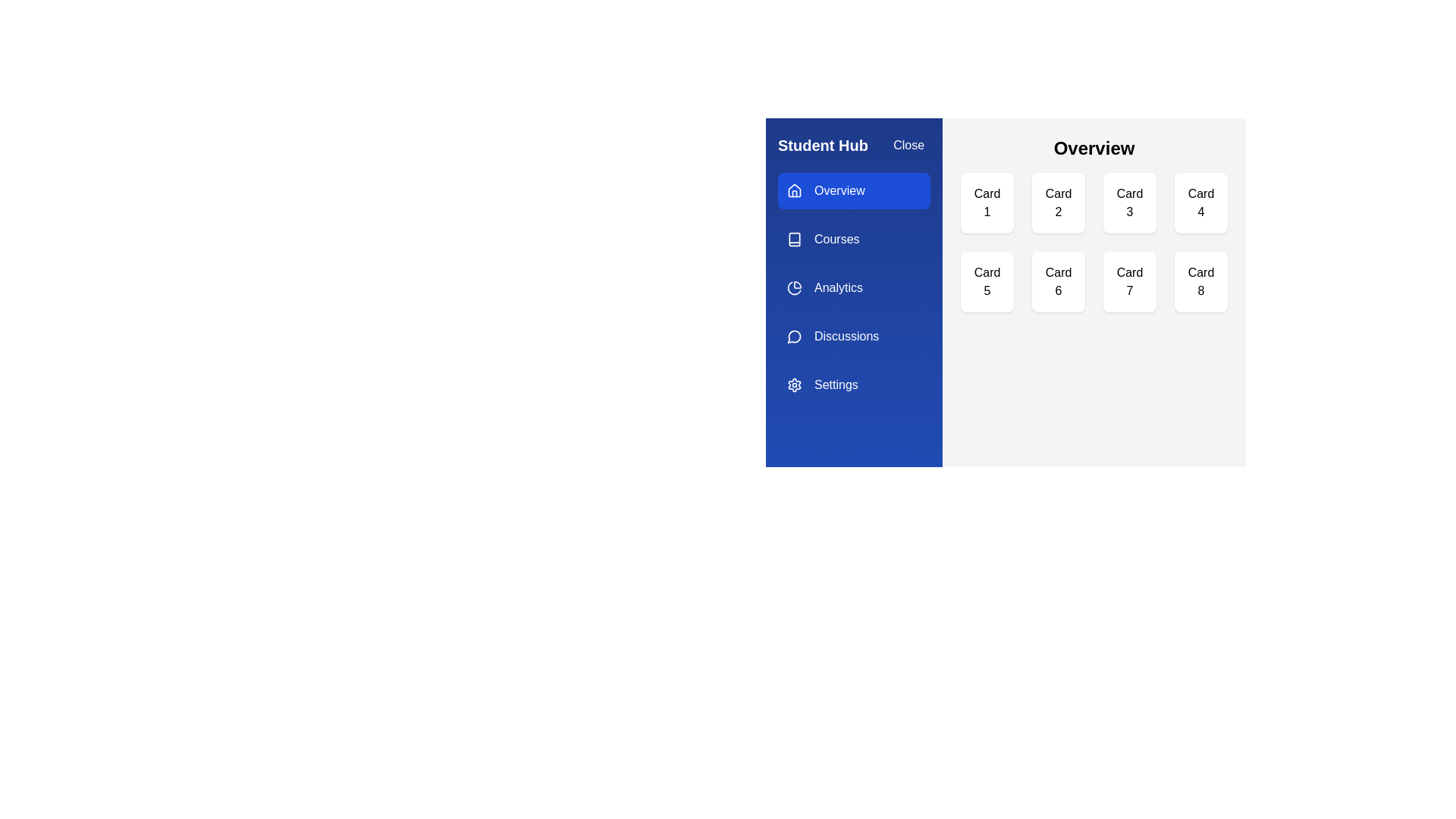 This screenshot has width=1456, height=819. Describe the element at coordinates (854, 335) in the screenshot. I see `the tab labeled Discussions to navigate to it` at that location.